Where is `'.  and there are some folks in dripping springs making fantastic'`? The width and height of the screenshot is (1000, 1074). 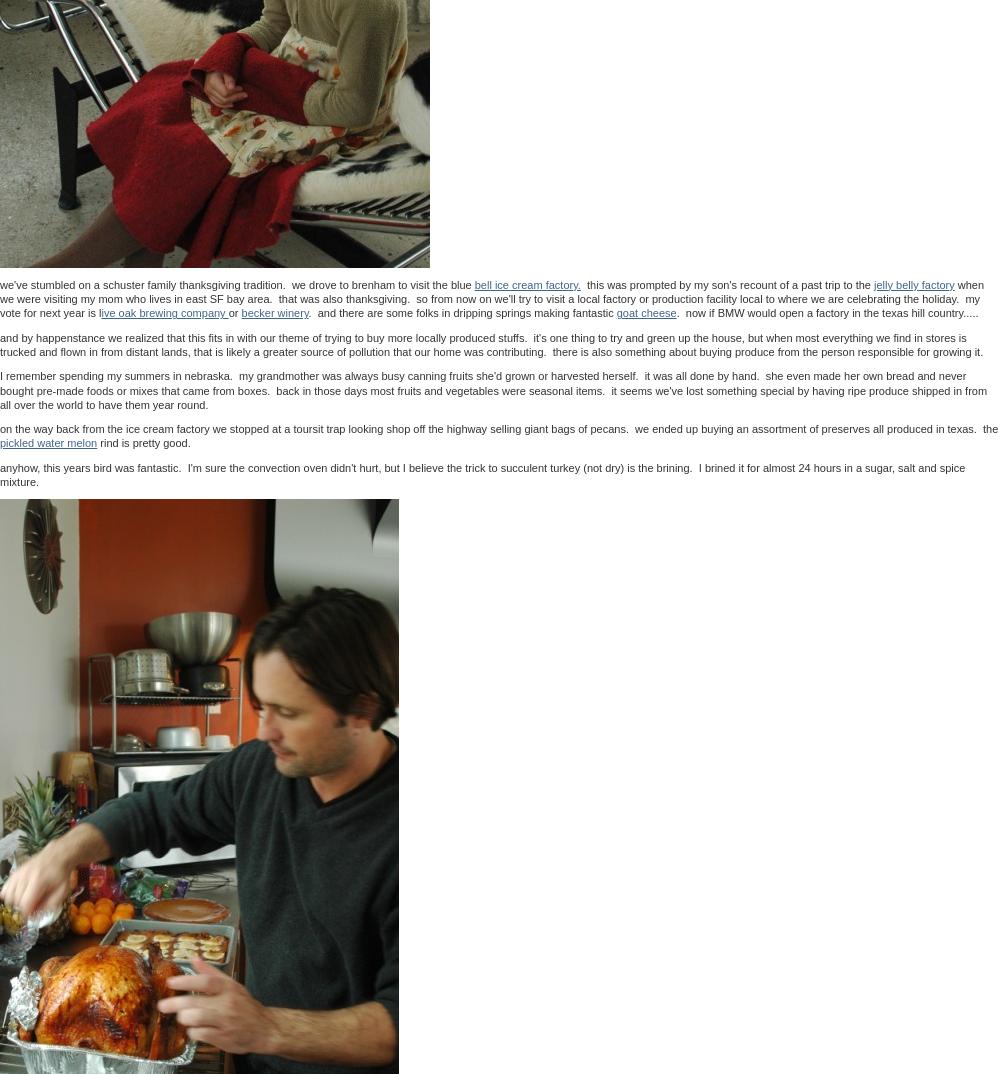 '.  and there are some folks in dripping springs making fantastic' is located at coordinates (461, 312).